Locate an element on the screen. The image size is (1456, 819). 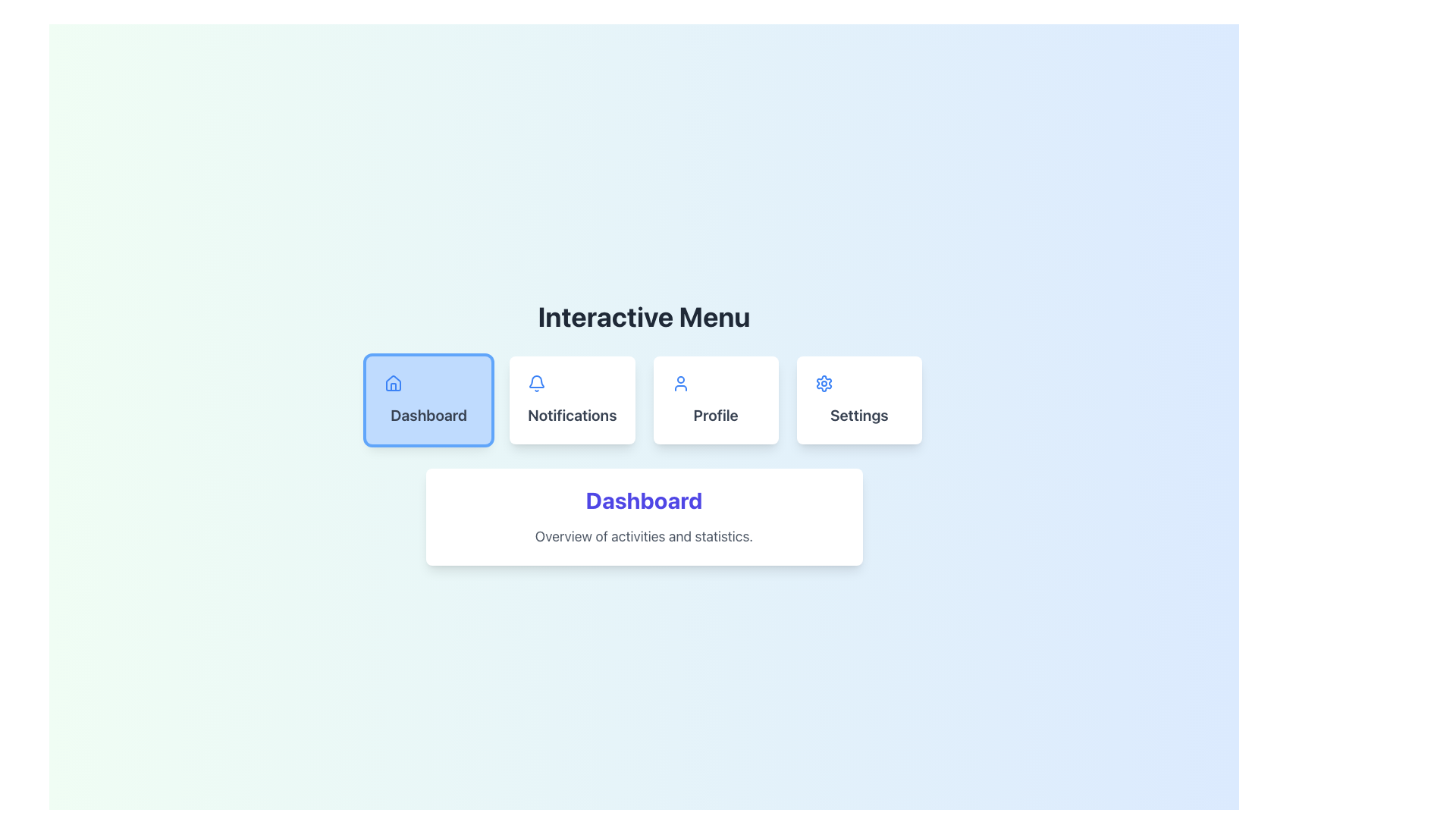
the user icon located in the third tile from the left, centered above the 'Profile' text is located at coordinates (679, 382).